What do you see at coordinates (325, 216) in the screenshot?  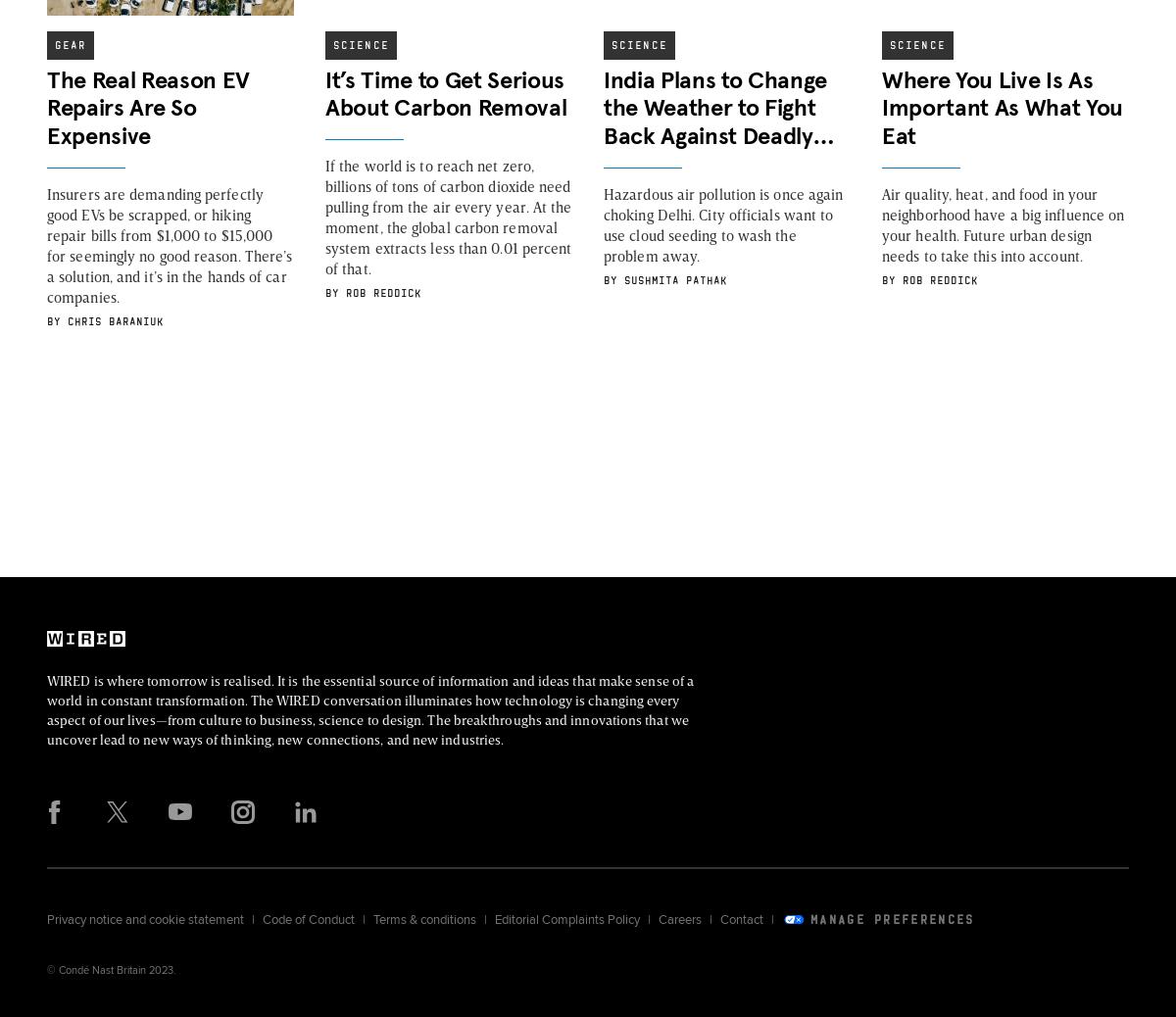 I see `'If the world is to reach net zero, billions of tons of carbon dioxide need pulling from the air every year. At the moment, the global carbon removal system extracts less than 0.01 percent of that.'` at bounding box center [325, 216].